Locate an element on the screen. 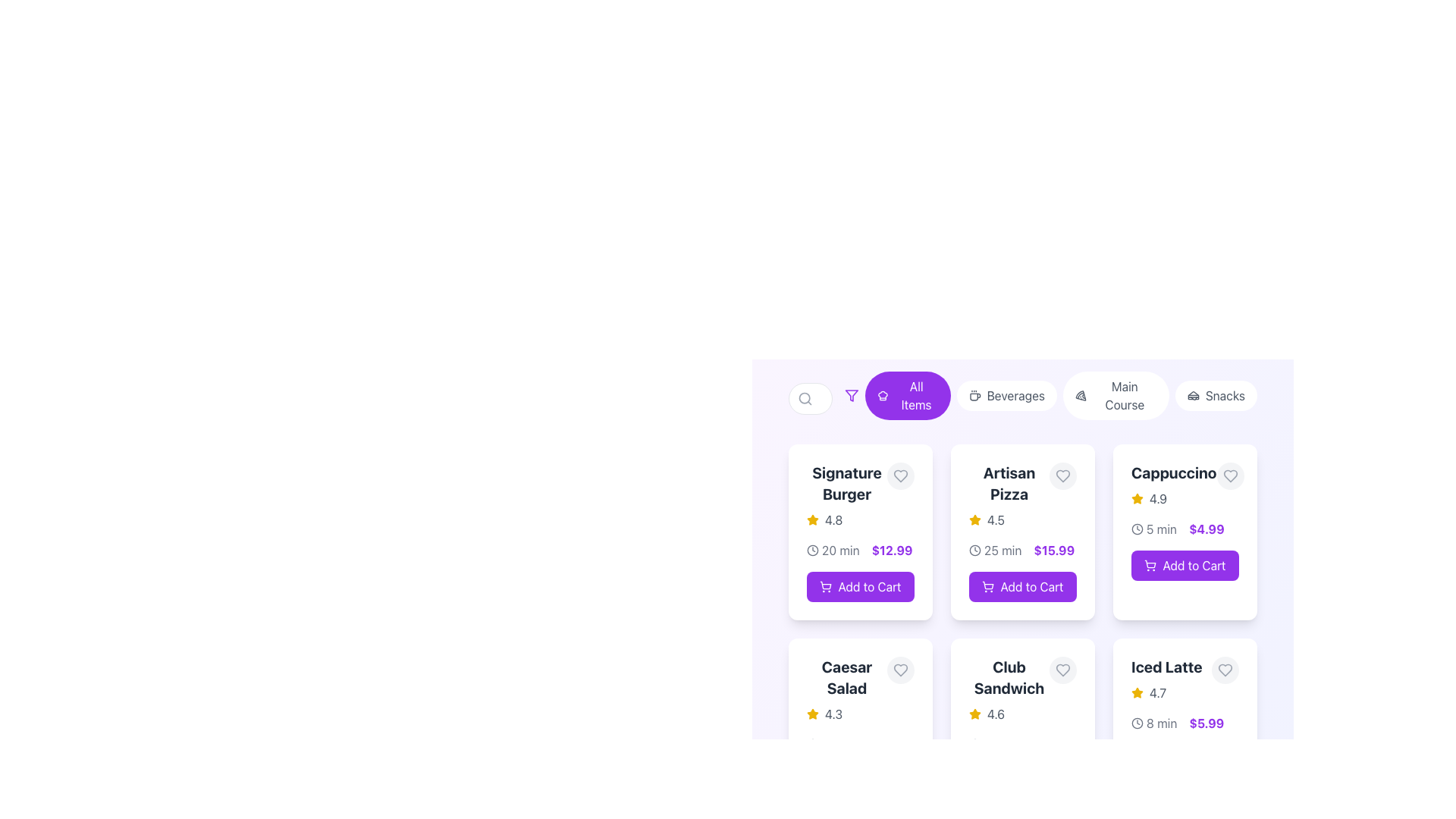 The image size is (1456, 819). the price text displayed in the 'Artisan Pizza' card, located in the second column of the first row, positioned below '25 min' and above the 'Add to Cart' button is located at coordinates (1053, 550).